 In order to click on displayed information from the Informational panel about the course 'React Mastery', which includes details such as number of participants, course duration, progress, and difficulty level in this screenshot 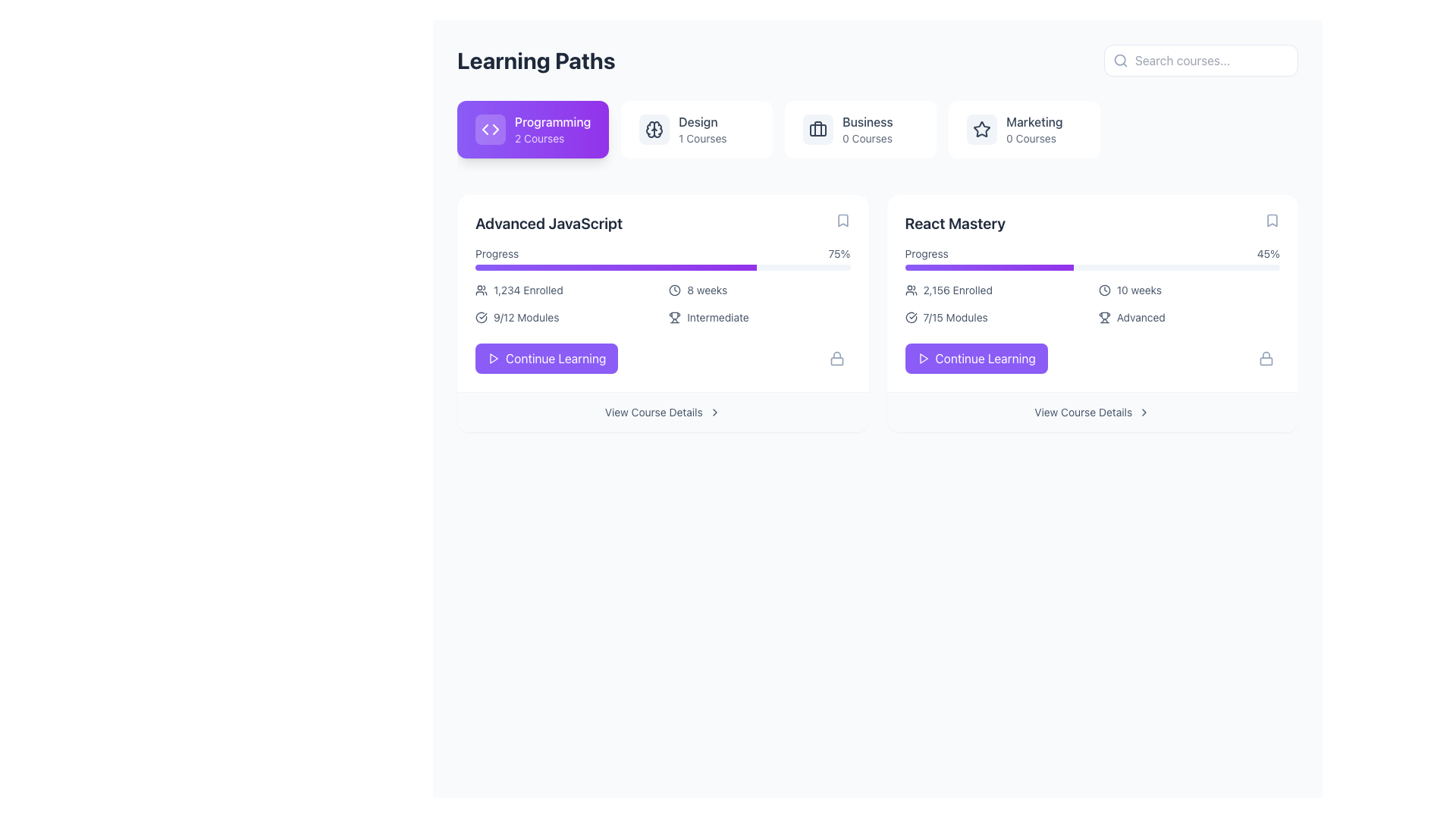, I will do `click(1092, 304)`.